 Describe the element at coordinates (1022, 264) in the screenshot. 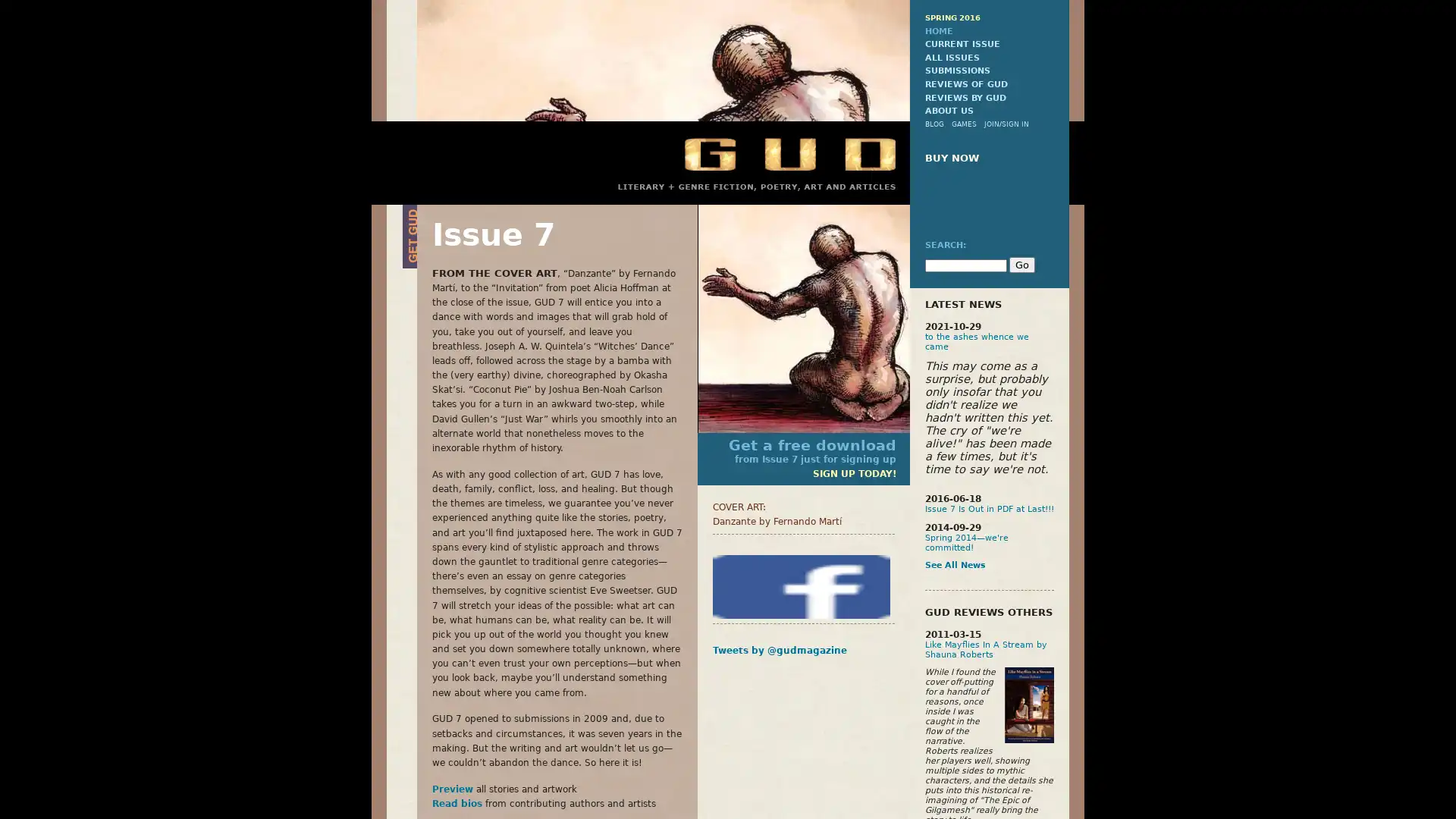

I see `Go` at that location.